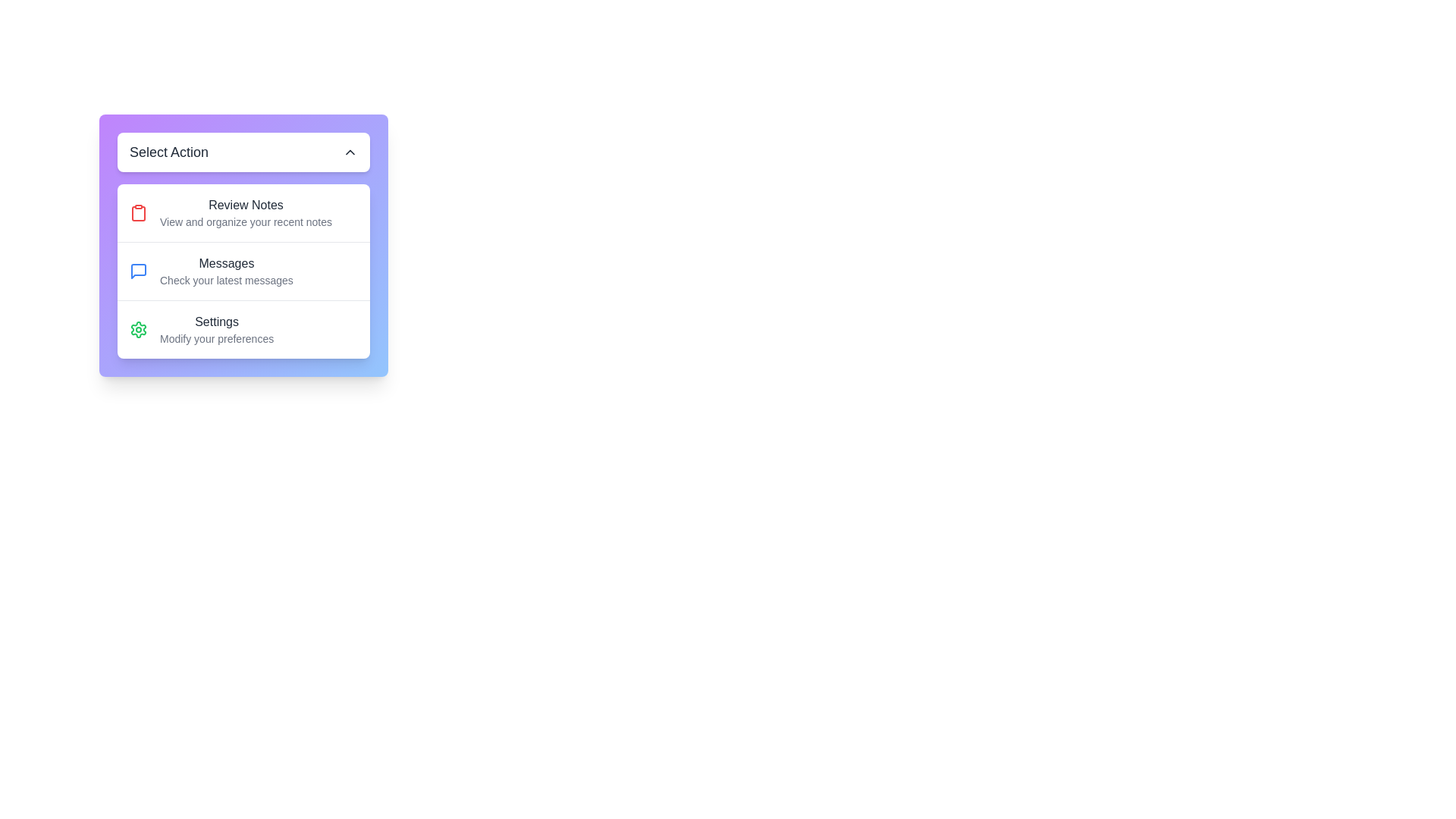  What do you see at coordinates (138, 329) in the screenshot?
I see `the gear-like circular icon with a green outline located in the settings row of the action selection menu` at bounding box center [138, 329].